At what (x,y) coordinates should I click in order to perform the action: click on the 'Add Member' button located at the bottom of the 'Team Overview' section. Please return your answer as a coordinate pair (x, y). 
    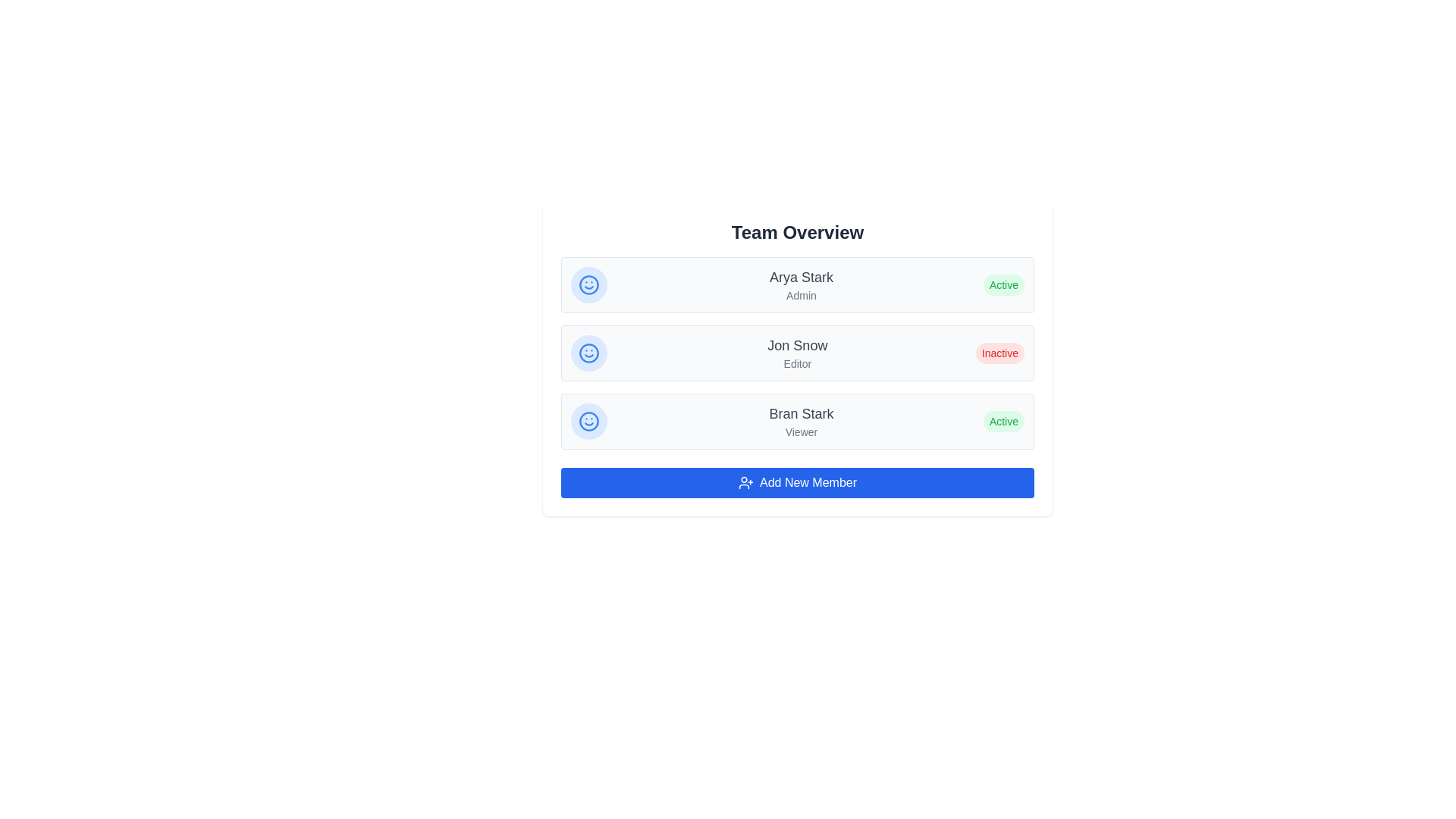
    Looking at the image, I should click on (796, 482).